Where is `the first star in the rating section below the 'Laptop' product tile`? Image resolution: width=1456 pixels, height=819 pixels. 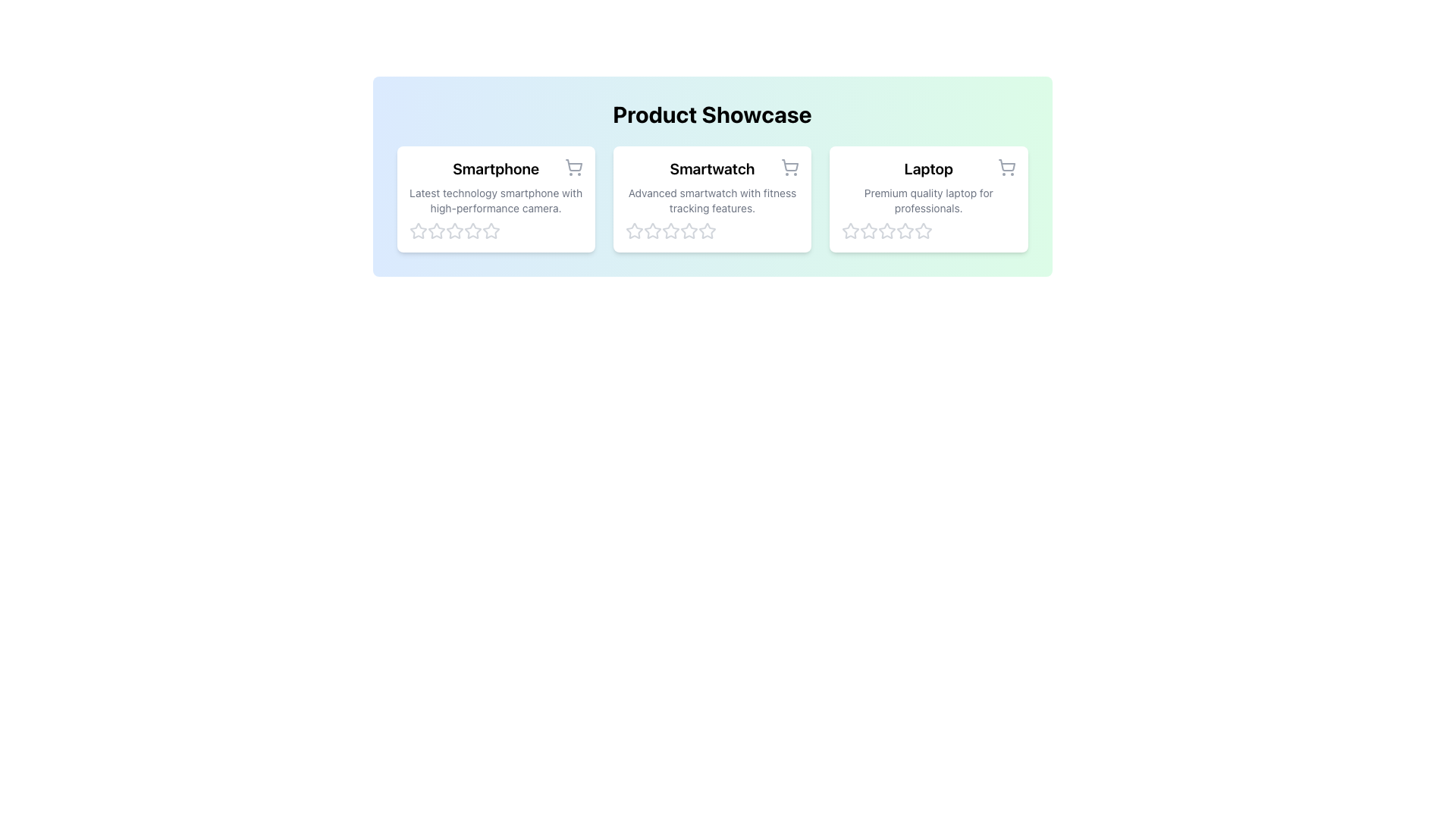 the first star in the rating section below the 'Laptop' product tile is located at coordinates (851, 231).